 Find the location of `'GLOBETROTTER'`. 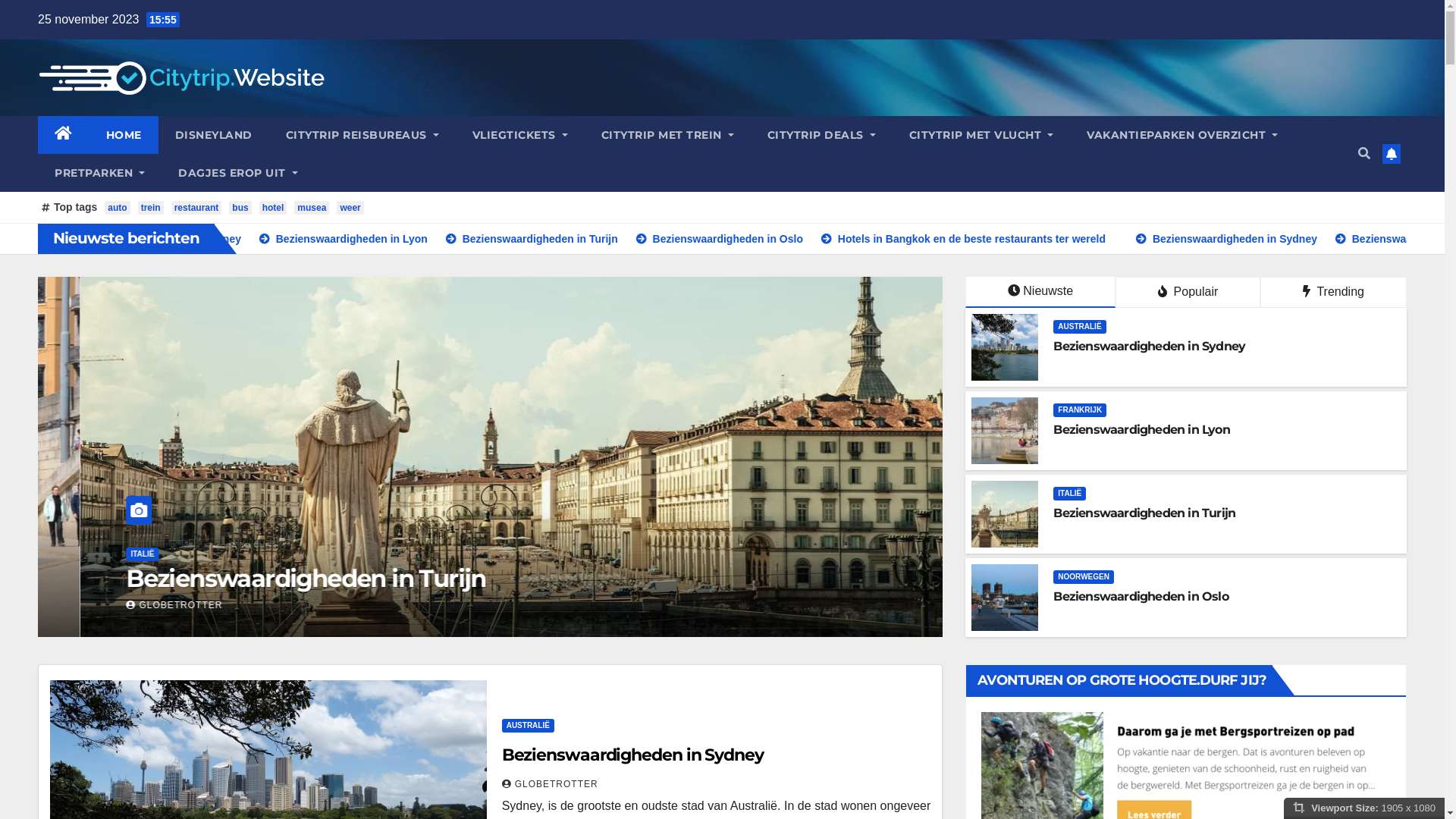

'GLOBETROTTER' is located at coordinates (549, 783).